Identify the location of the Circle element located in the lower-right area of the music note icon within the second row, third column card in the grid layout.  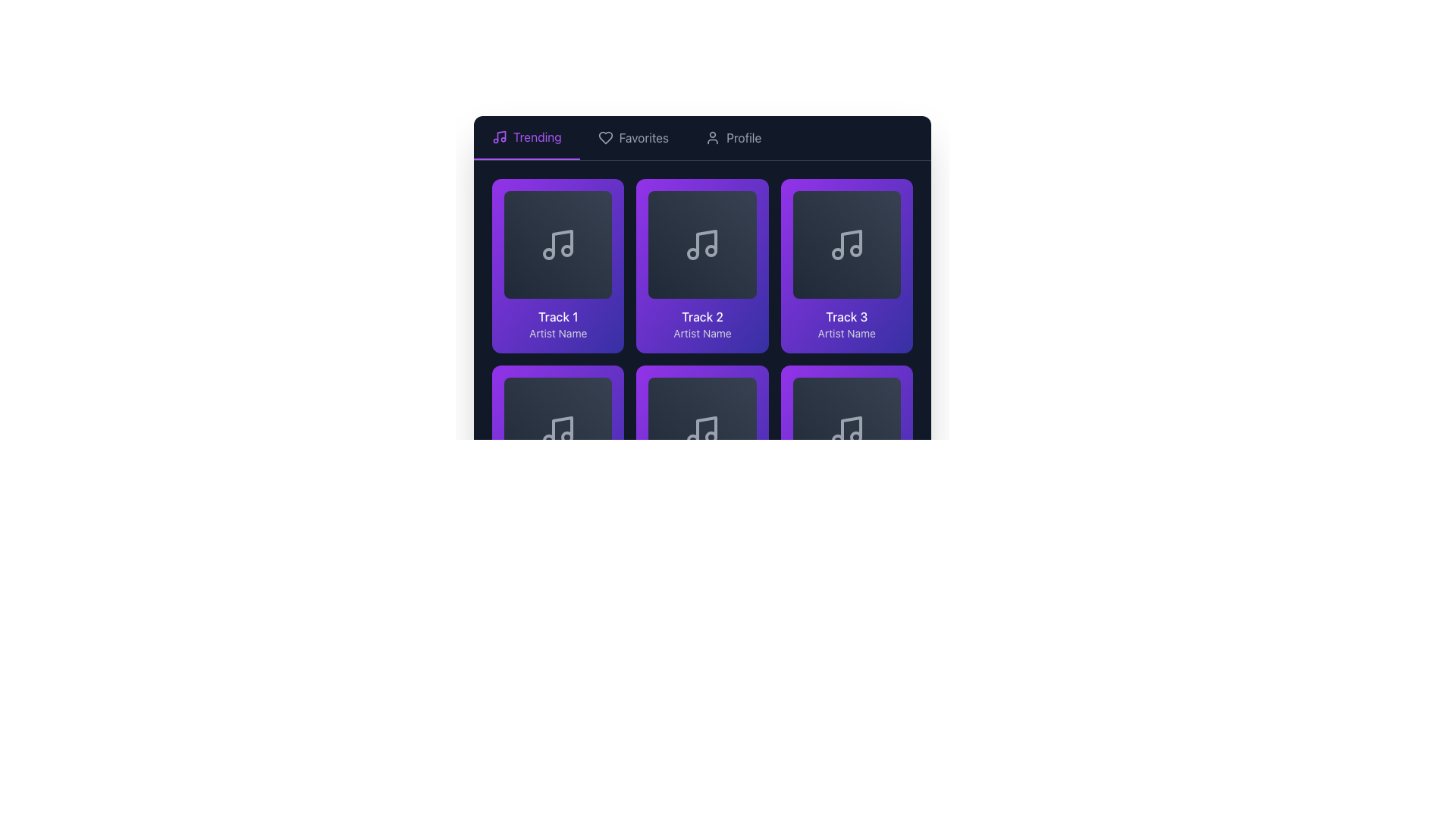
(711, 438).